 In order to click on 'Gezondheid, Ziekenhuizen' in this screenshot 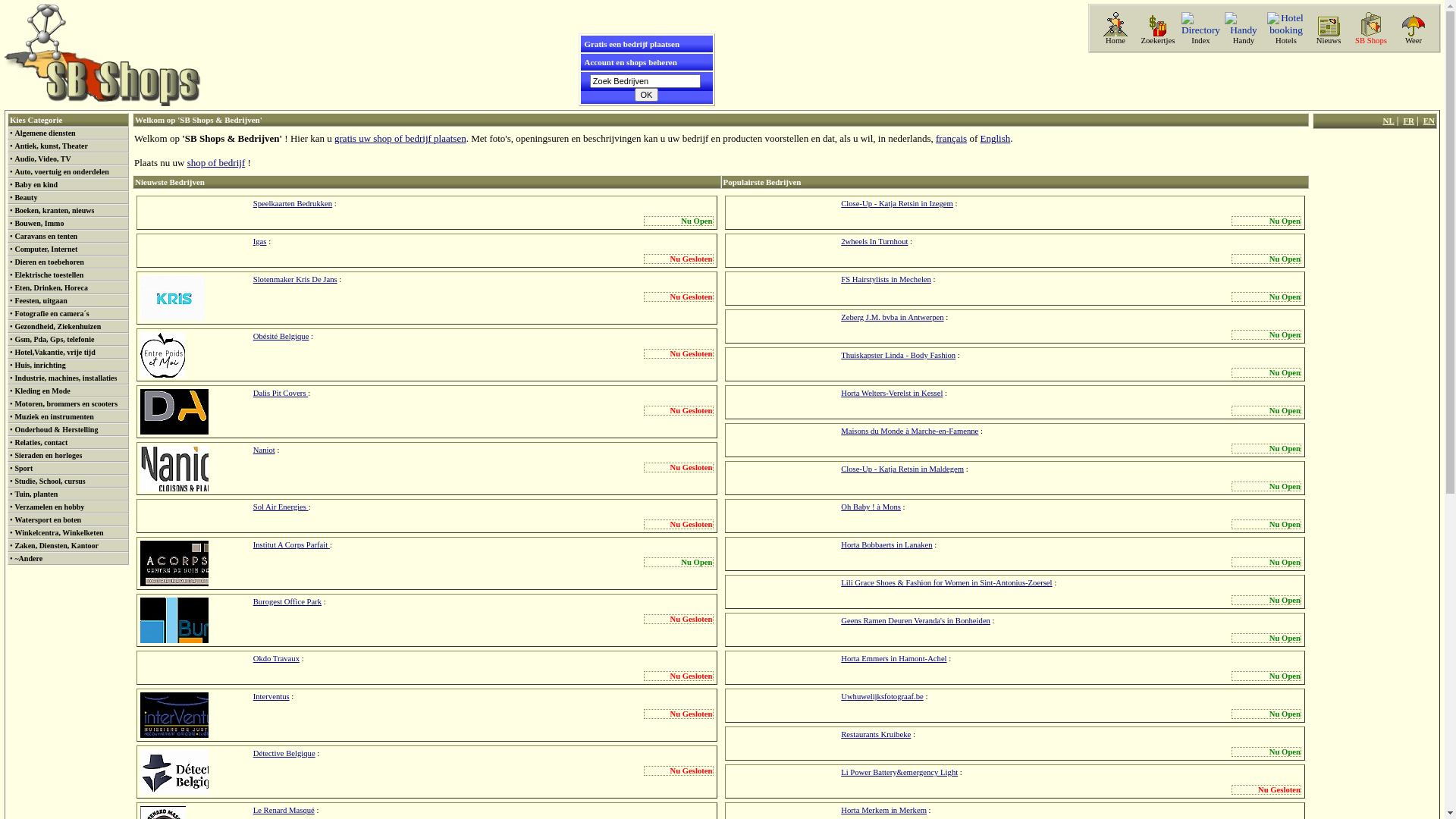, I will do `click(58, 325)`.